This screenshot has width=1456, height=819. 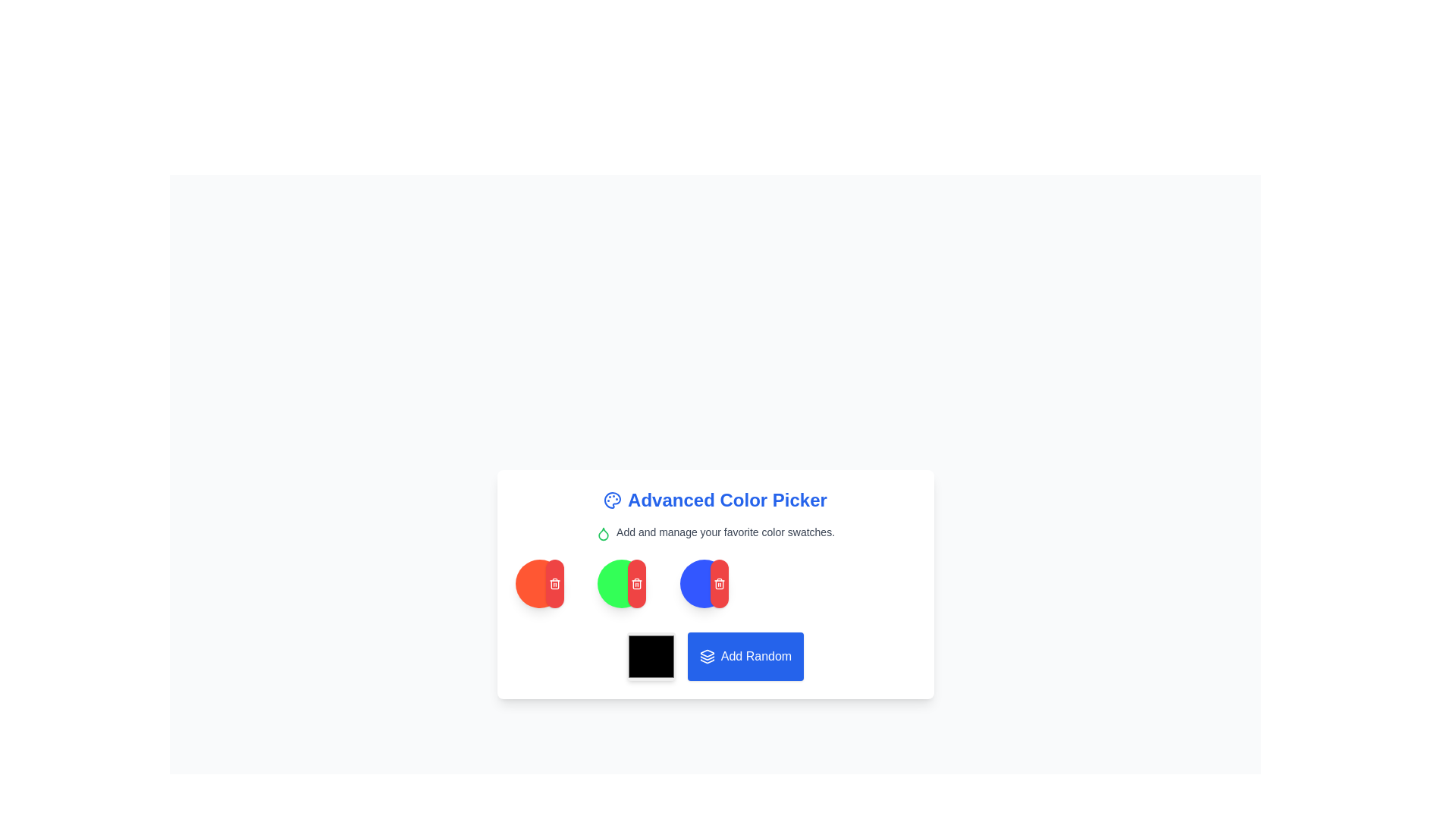 I want to click on the third circular button in the horizontal sequence under 'Advanced Color Picker' to invoke the trash action, which is represented by a red overlay, so click(x=622, y=582).